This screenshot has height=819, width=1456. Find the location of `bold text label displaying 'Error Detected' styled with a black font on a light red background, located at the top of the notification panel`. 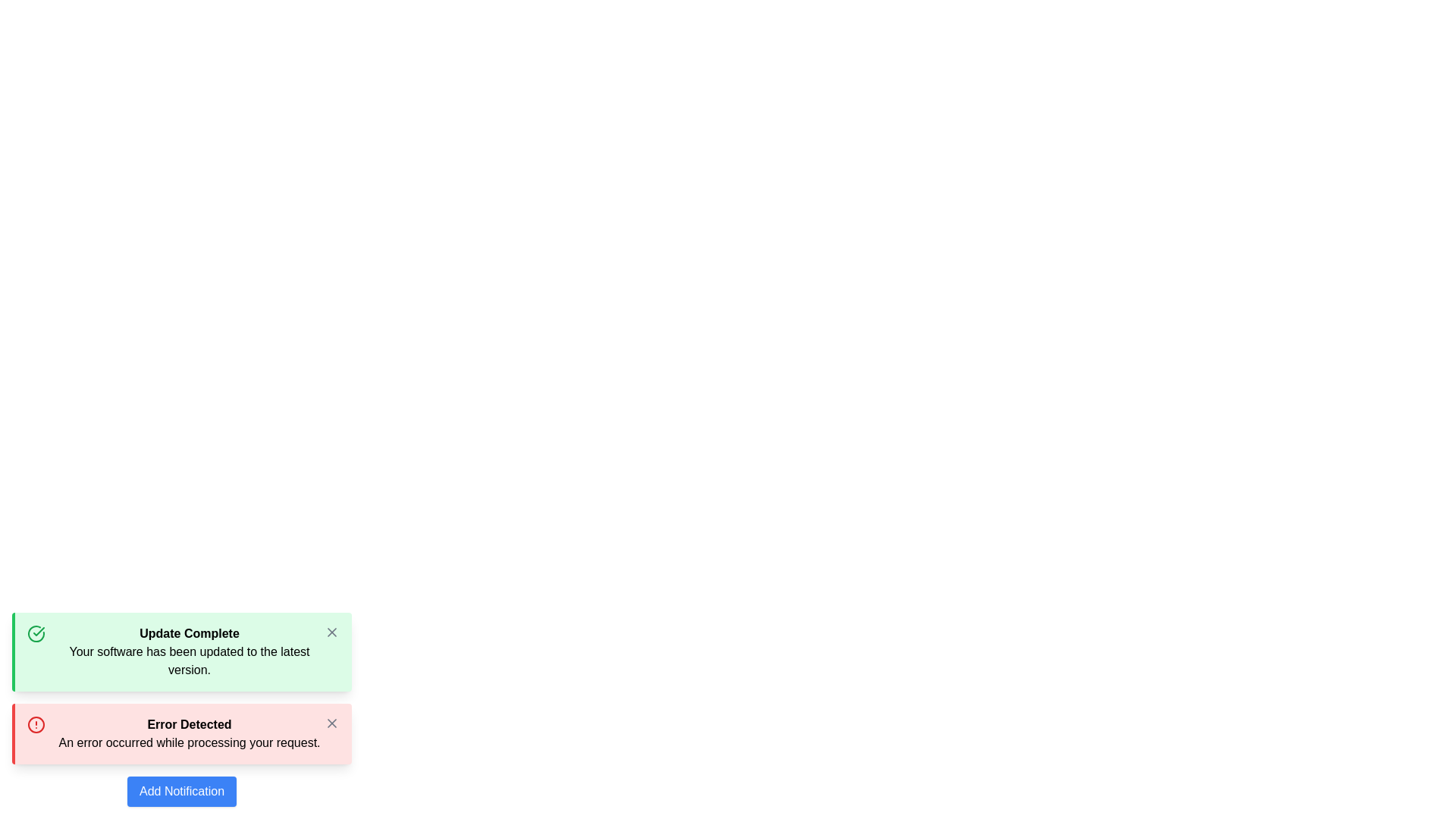

bold text label displaying 'Error Detected' styled with a black font on a light red background, located at the top of the notification panel is located at coordinates (188, 724).